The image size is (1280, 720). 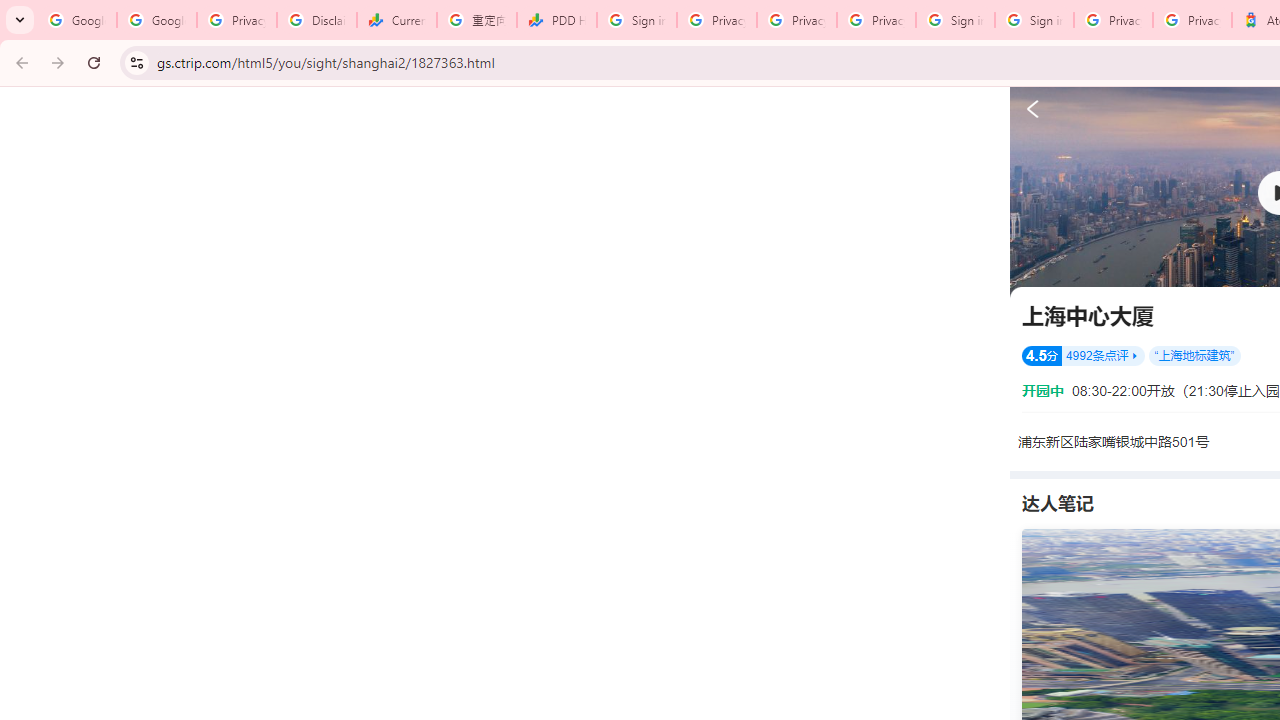 I want to click on 'PDD Holdings Inc - ADR (PDD) Price & News - Google Finance', so click(x=556, y=20).